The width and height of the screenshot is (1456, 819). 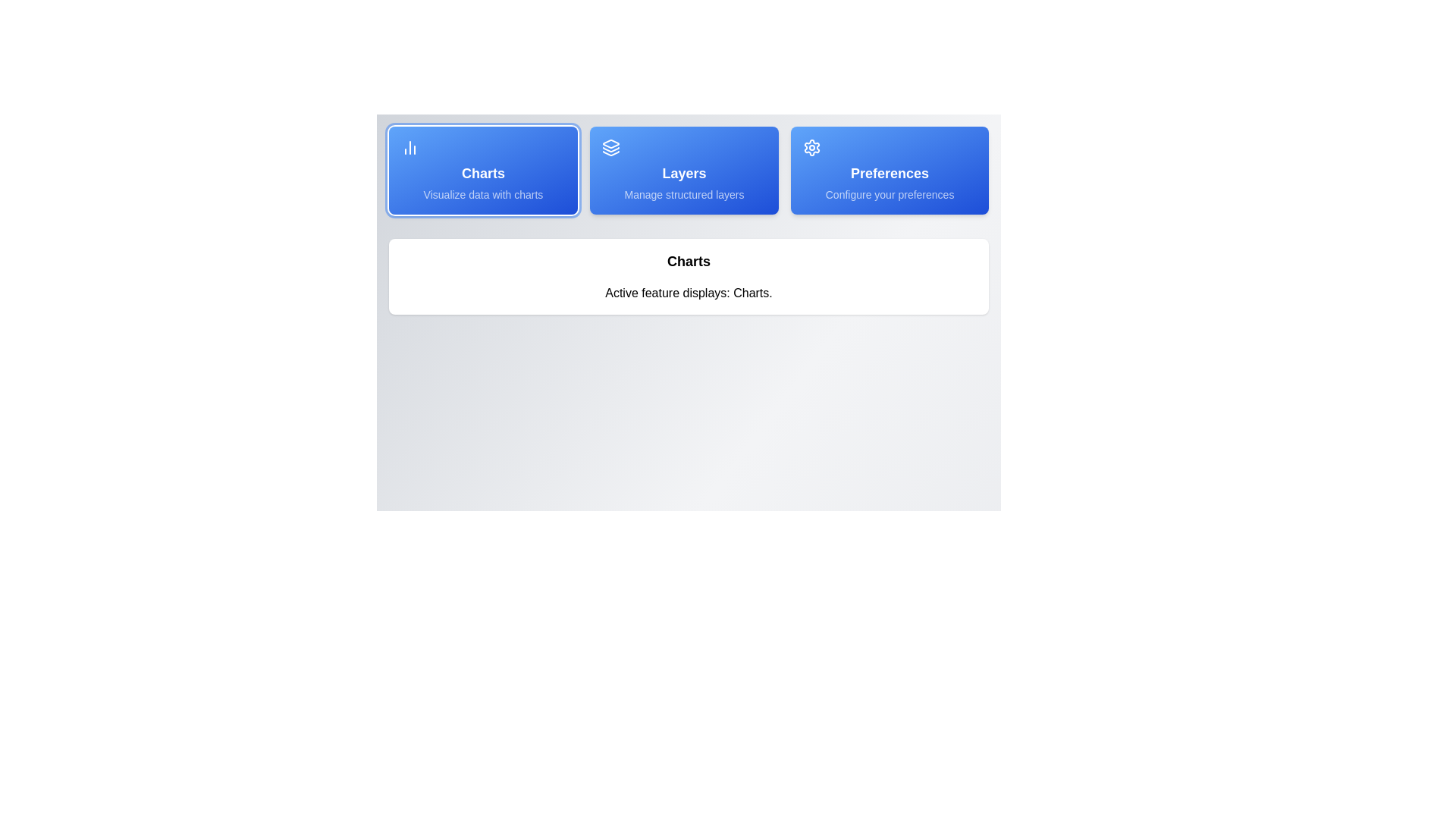 I want to click on style or text properties of the 'Charts' text label, which is displayed in a bold, large font on a blue background within a button-like structure in the horizontal menu, so click(x=482, y=172).